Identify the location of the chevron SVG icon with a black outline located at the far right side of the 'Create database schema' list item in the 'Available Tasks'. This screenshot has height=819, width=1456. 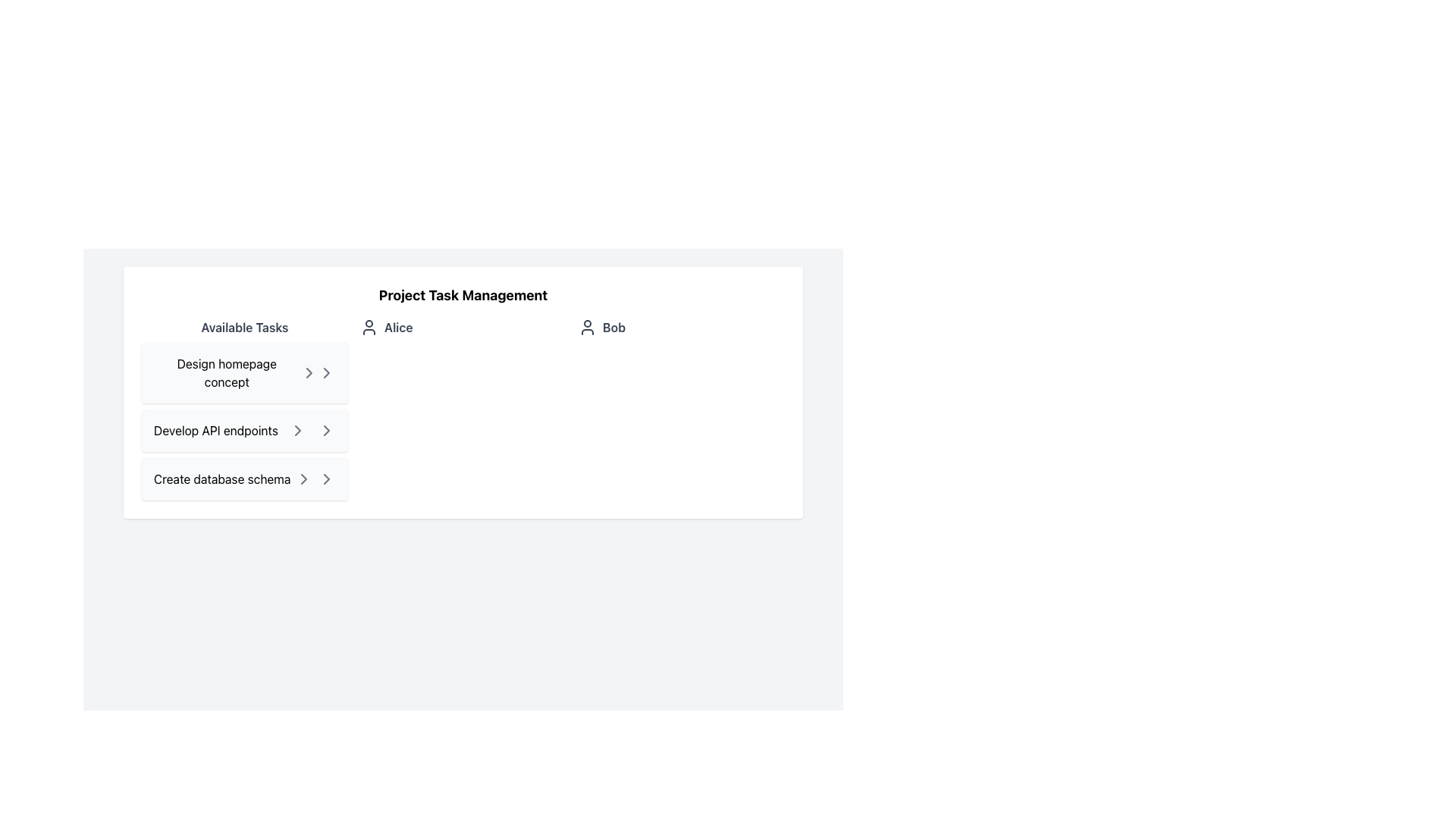
(303, 479).